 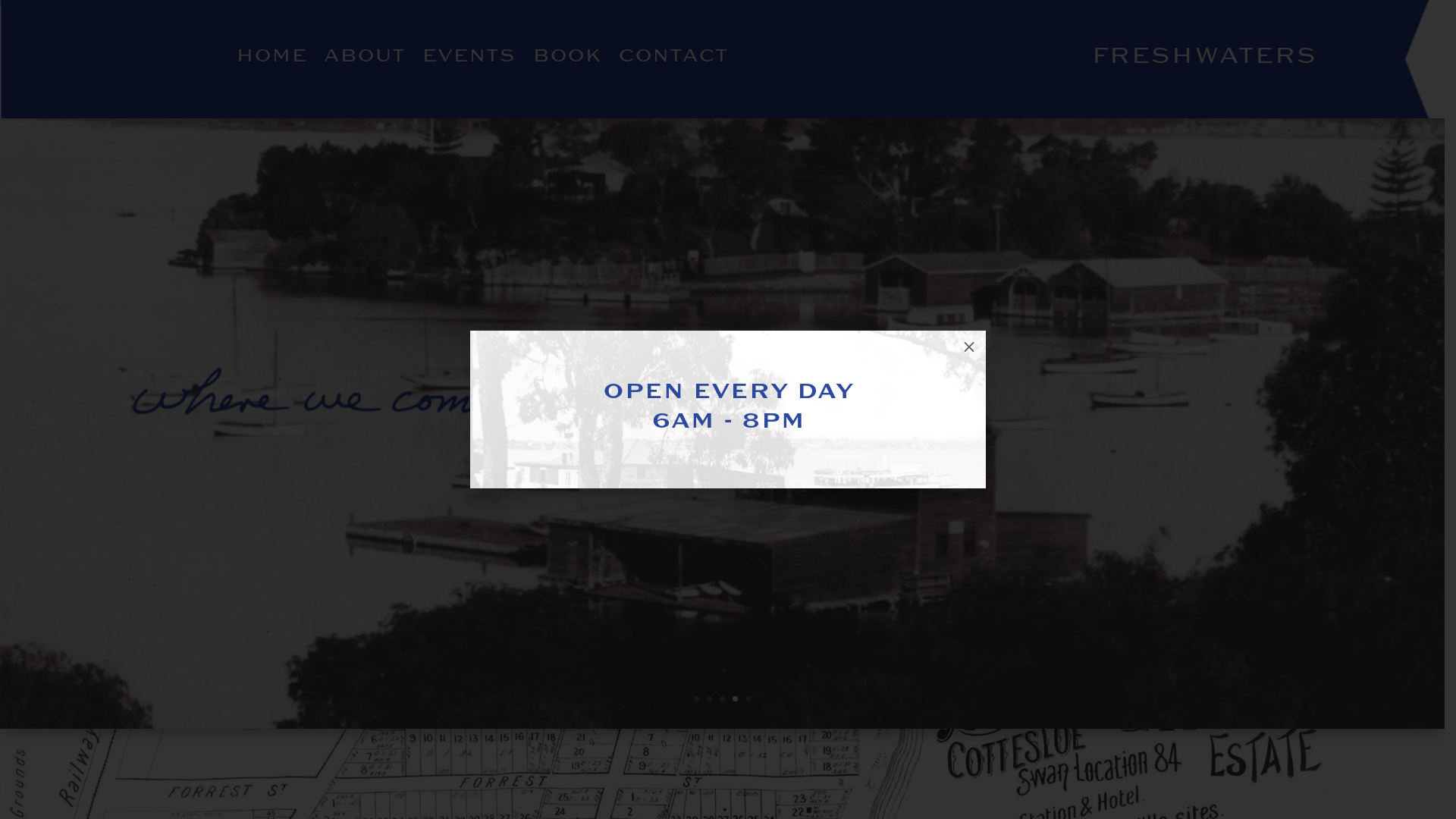 I want to click on '5', so click(x=748, y=698).